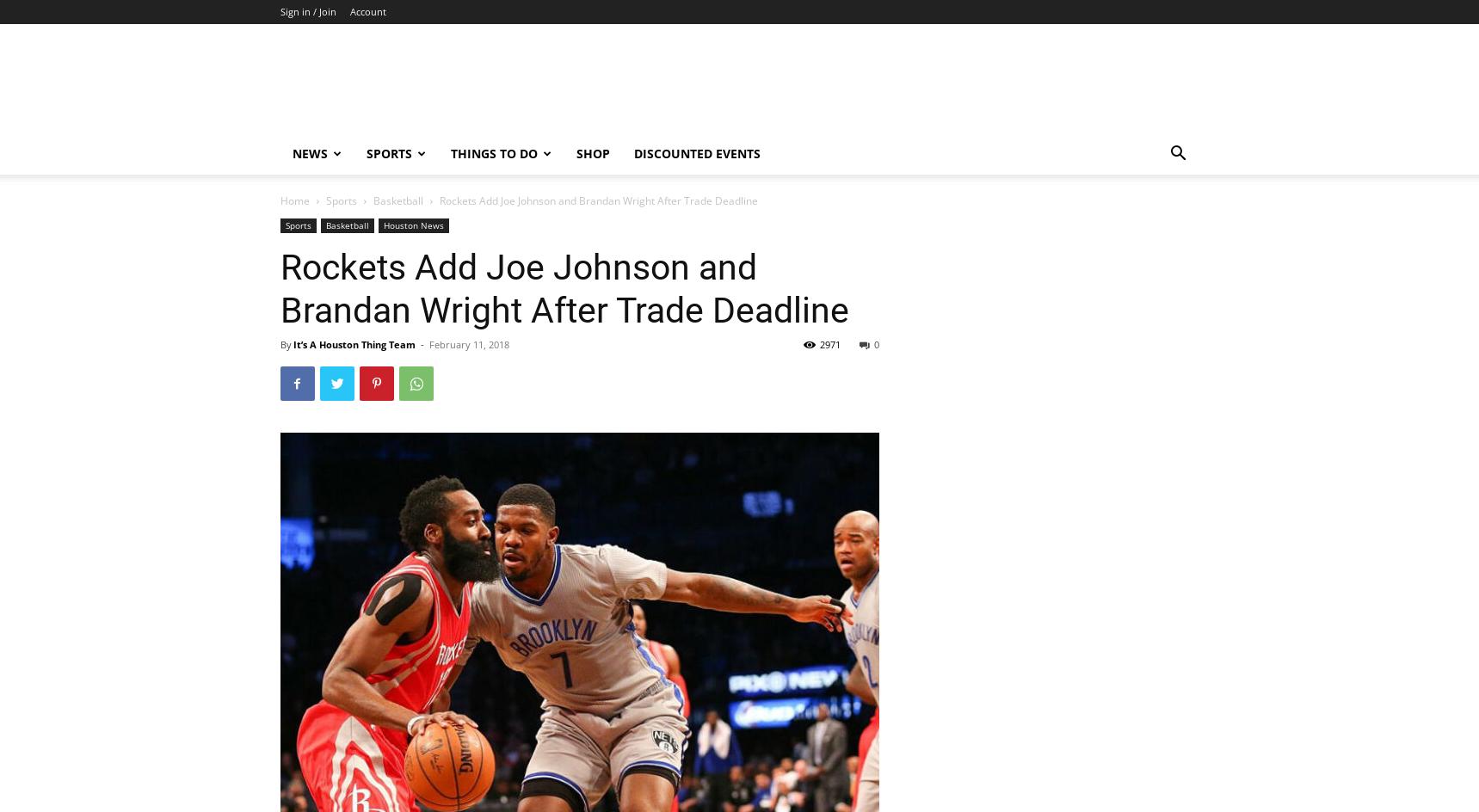 This screenshot has height=812, width=1479. I want to click on 'Search', so click(738, 86).